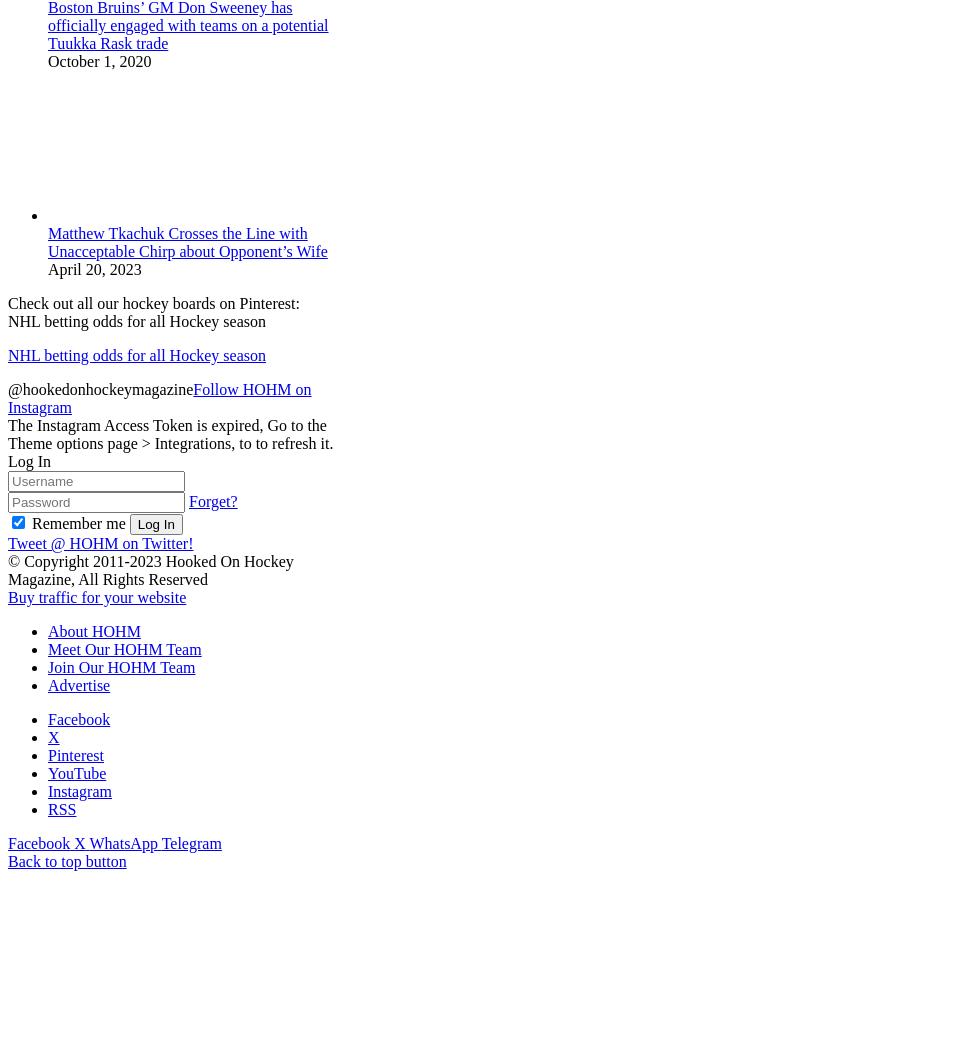 The width and height of the screenshot is (978, 1056). I want to click on 'Close', so click(26, 877).